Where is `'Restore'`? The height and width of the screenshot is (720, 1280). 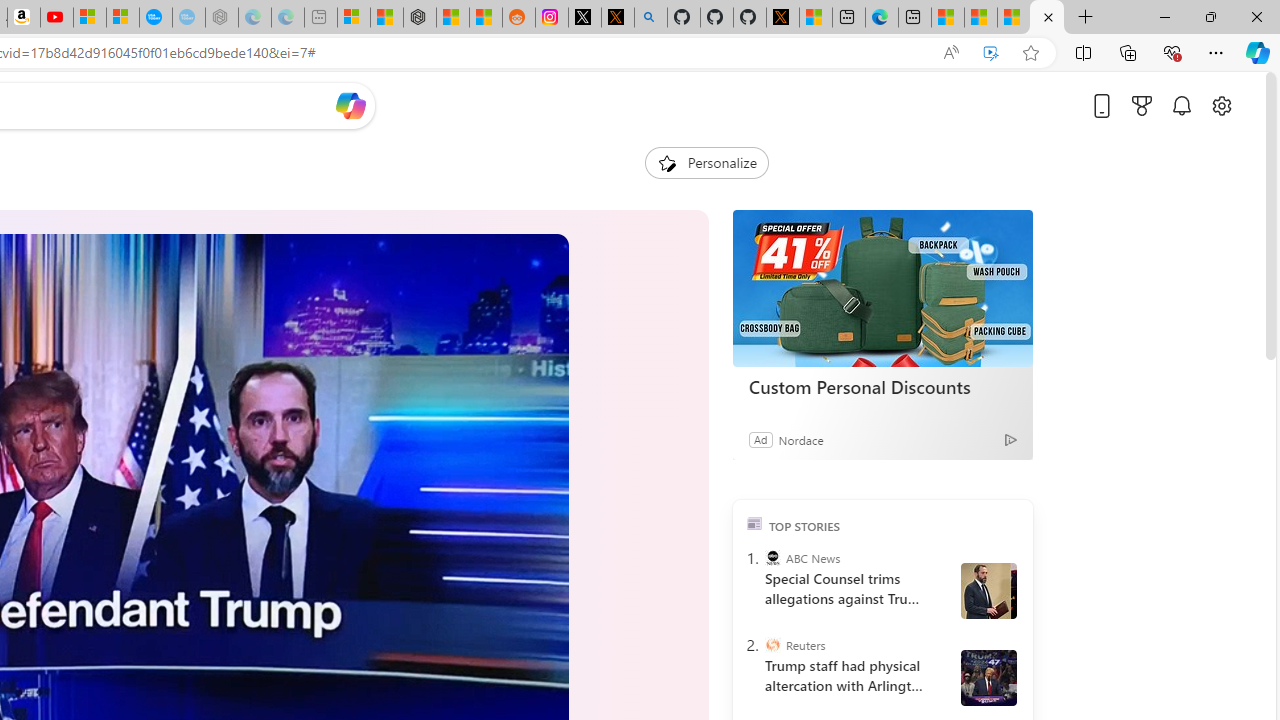
'Restore' is located at coordinates (1209, 16).